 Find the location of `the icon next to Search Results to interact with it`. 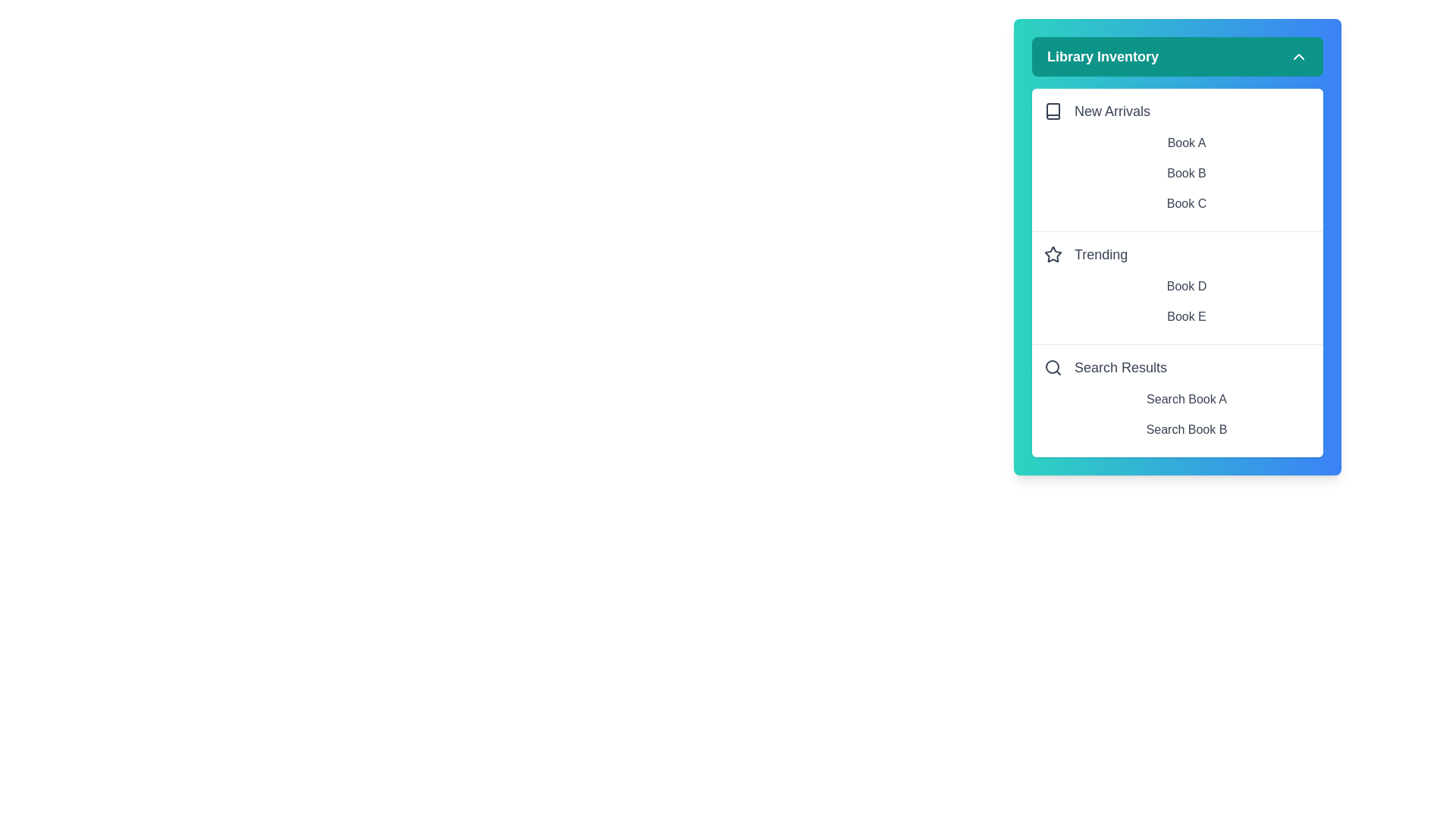

the icon next to Search Results to interact with it is located at coordinates (1052, 368).